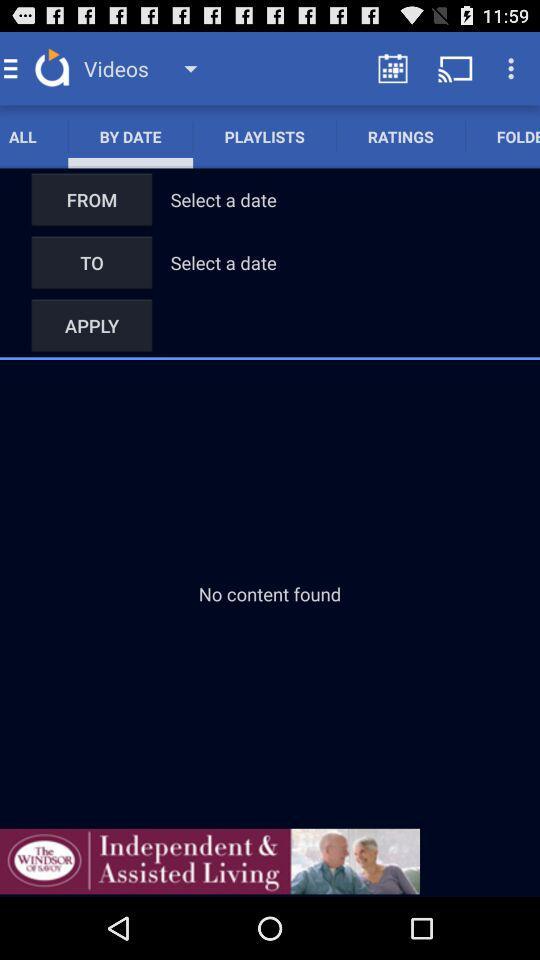  What do you see at coordinates (209, 860) in the screenshot?
I see `advertisement link` at bounding box center [209, 860].